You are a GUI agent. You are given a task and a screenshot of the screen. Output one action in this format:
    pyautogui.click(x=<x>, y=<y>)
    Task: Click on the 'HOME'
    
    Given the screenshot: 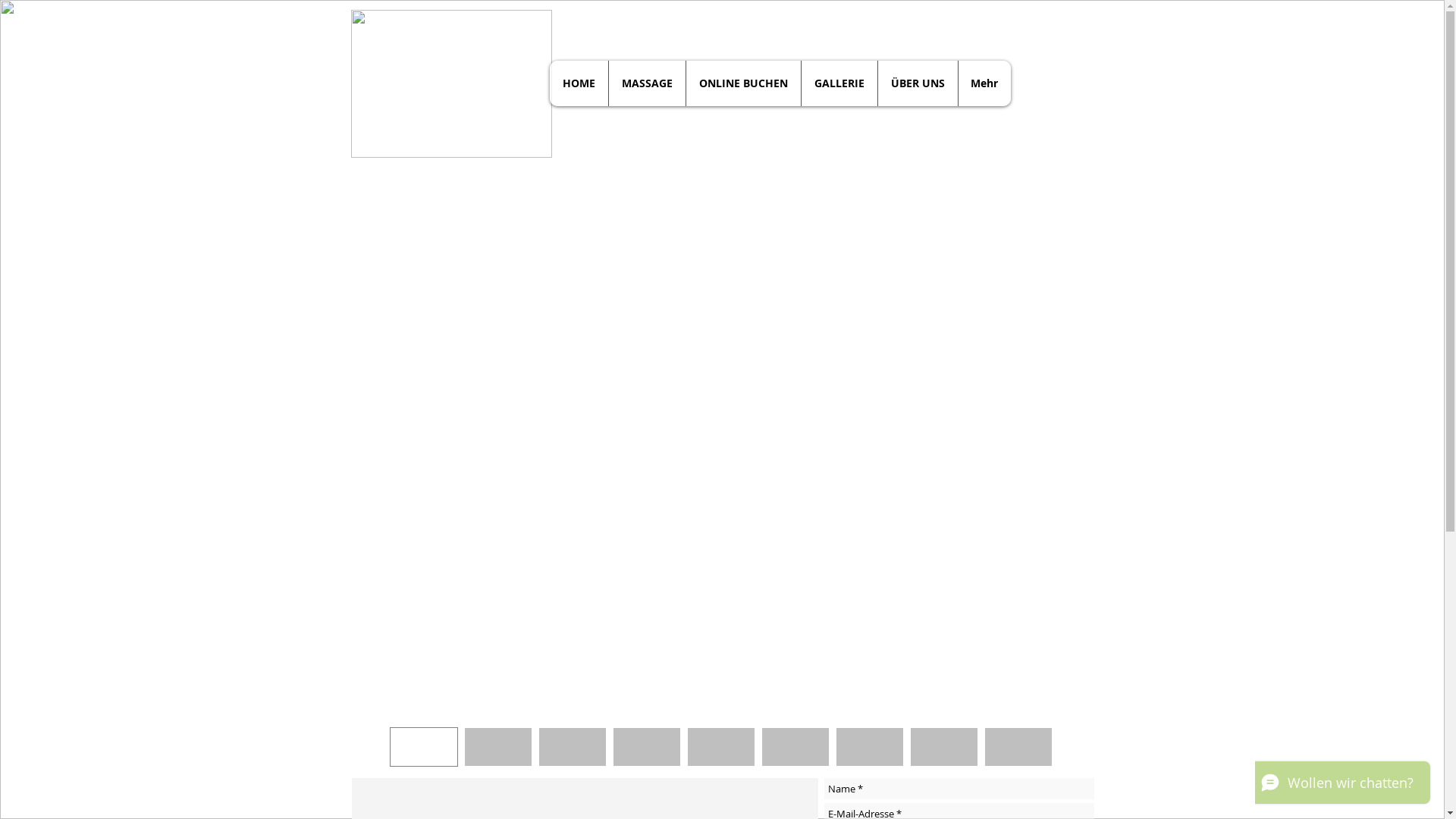 What is the action you would take?
    pyautogui.click(x=577, y=83)
    